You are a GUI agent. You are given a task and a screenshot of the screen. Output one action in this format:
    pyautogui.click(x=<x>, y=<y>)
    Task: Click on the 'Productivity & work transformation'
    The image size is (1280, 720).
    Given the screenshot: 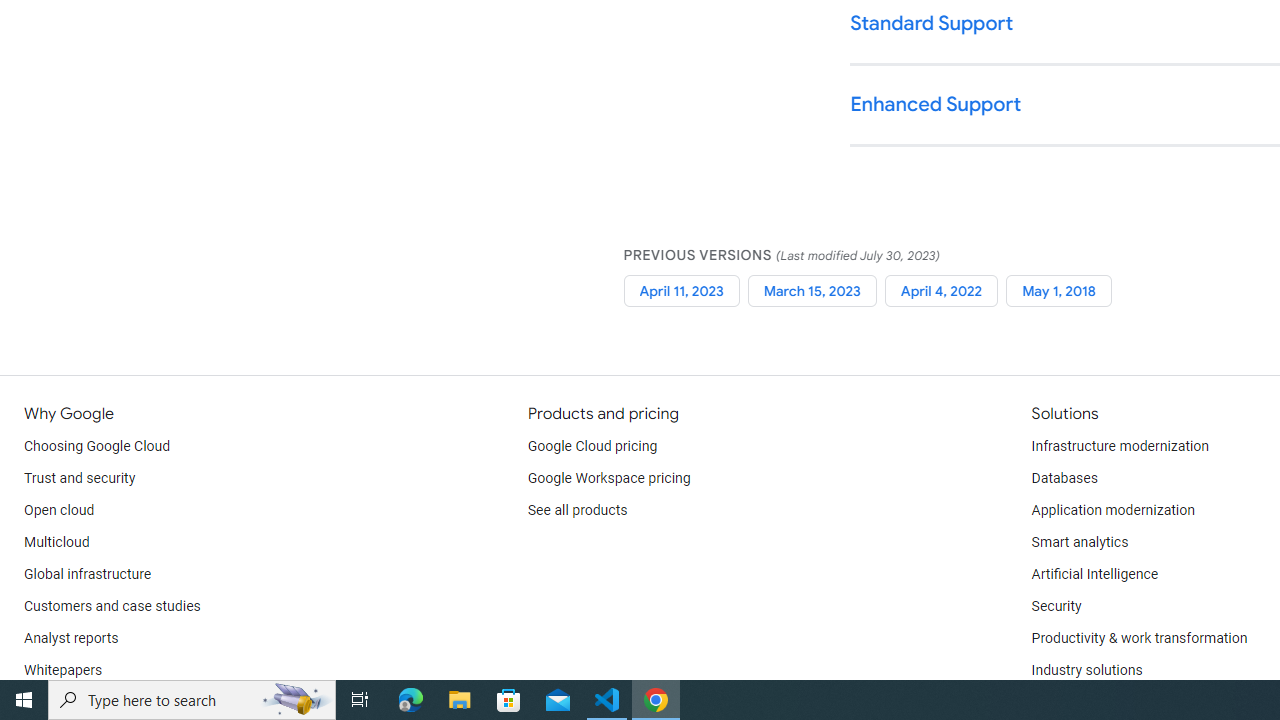 What is the action you would take?
    pyautogui.click(x=1139, y=639)
    